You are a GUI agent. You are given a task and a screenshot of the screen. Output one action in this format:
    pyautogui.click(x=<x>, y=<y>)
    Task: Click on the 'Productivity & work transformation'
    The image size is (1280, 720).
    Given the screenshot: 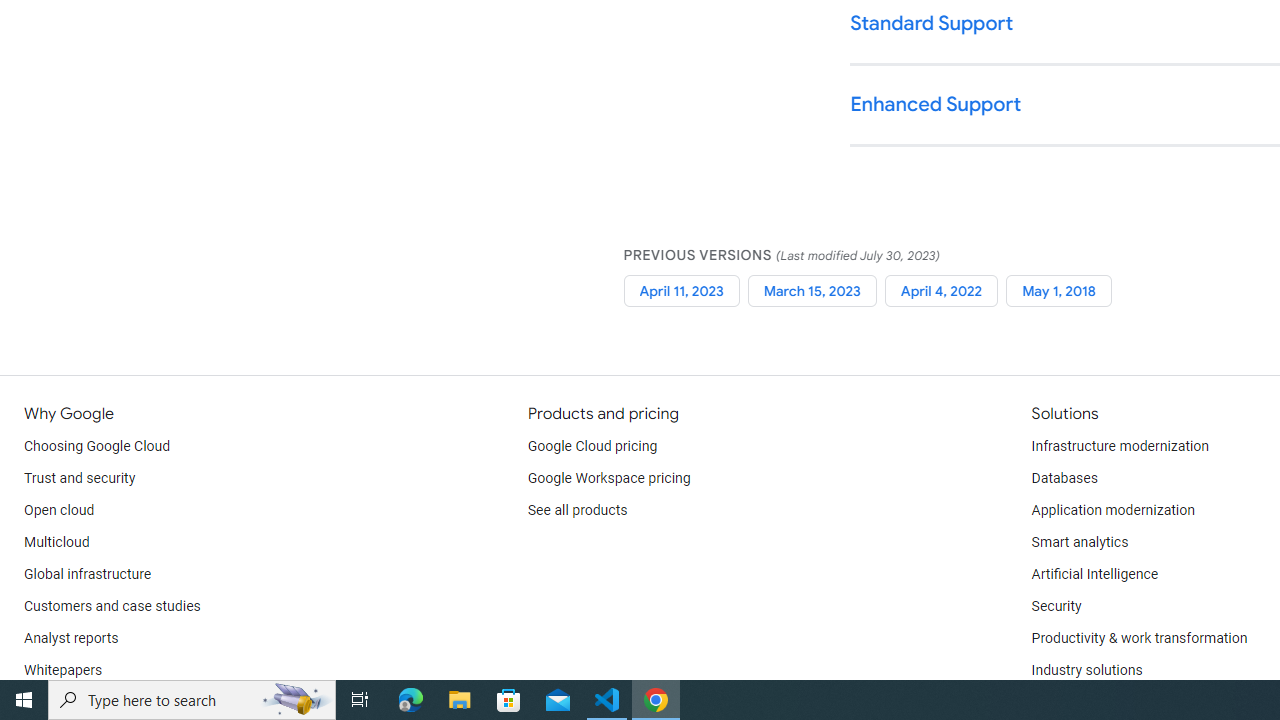 What is the action you would take?
    pyautogui.click(x=1139, y=639)
    